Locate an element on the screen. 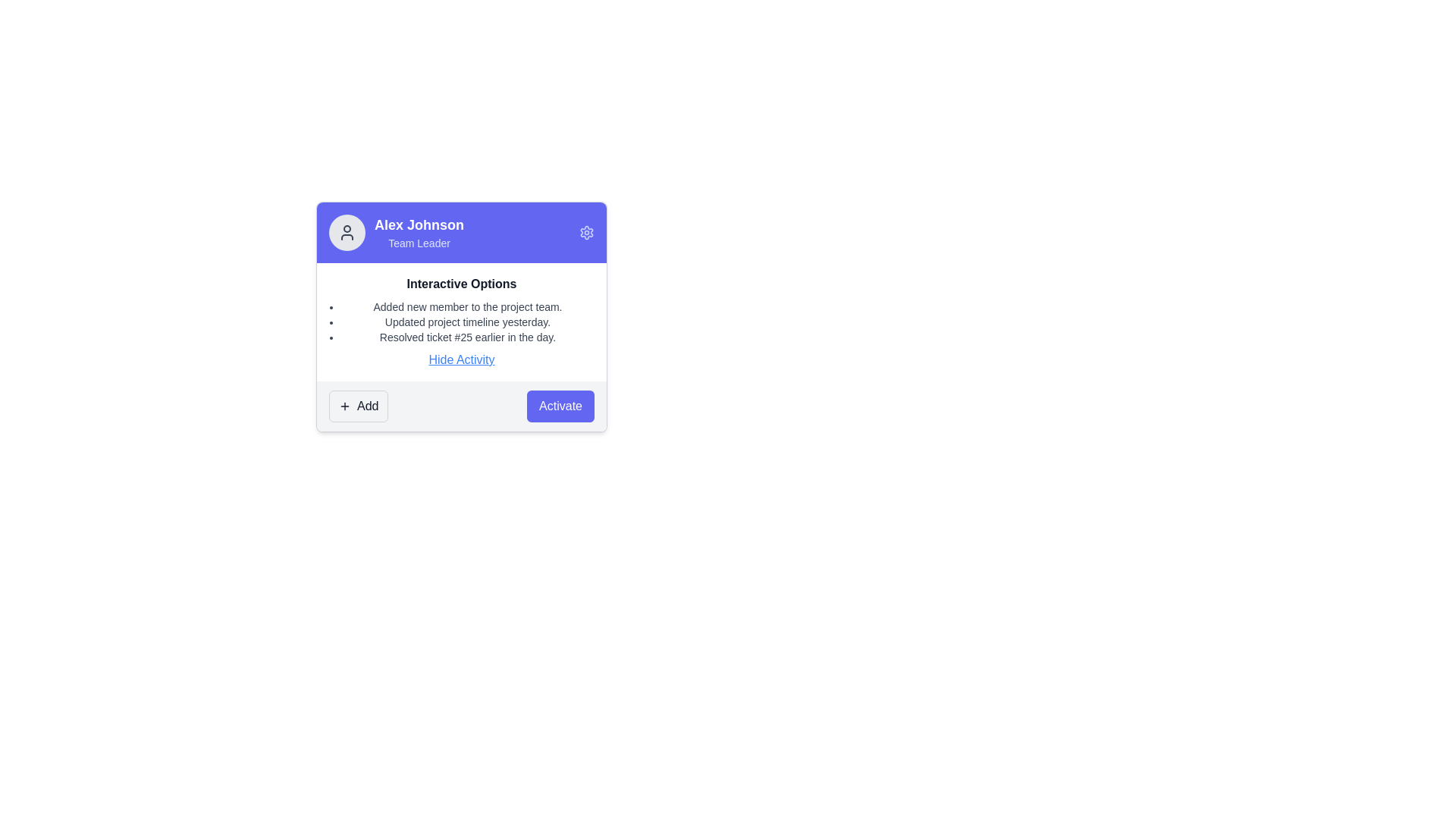  the button labeled 'Activate' with an indigo background is located at coordinates (560, 406).